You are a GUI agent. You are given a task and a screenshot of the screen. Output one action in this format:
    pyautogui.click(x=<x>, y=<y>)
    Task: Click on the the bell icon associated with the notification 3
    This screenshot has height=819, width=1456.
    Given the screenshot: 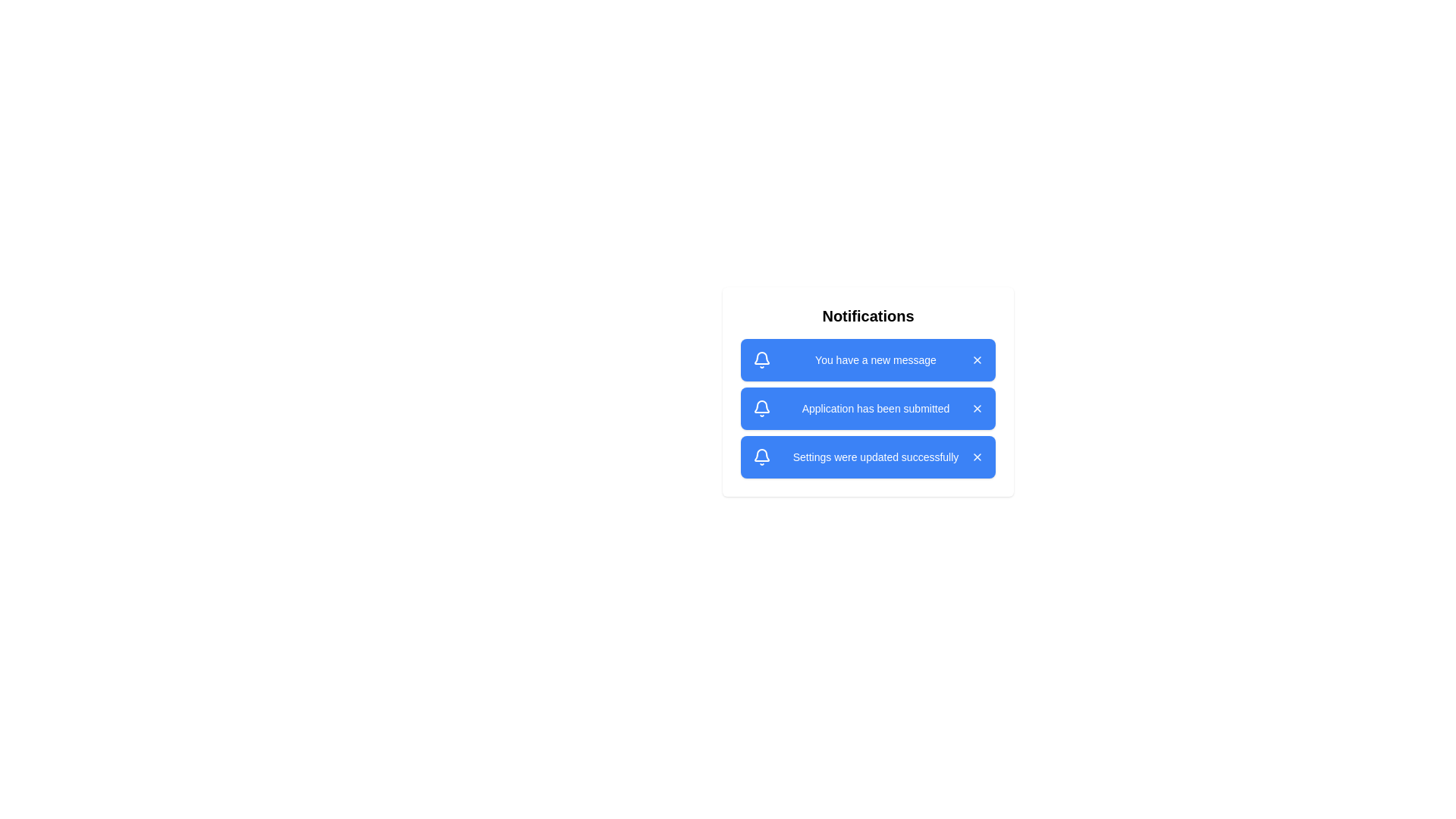 What is the action you would take?
    pyautogui.click(x=761, y=456)
    